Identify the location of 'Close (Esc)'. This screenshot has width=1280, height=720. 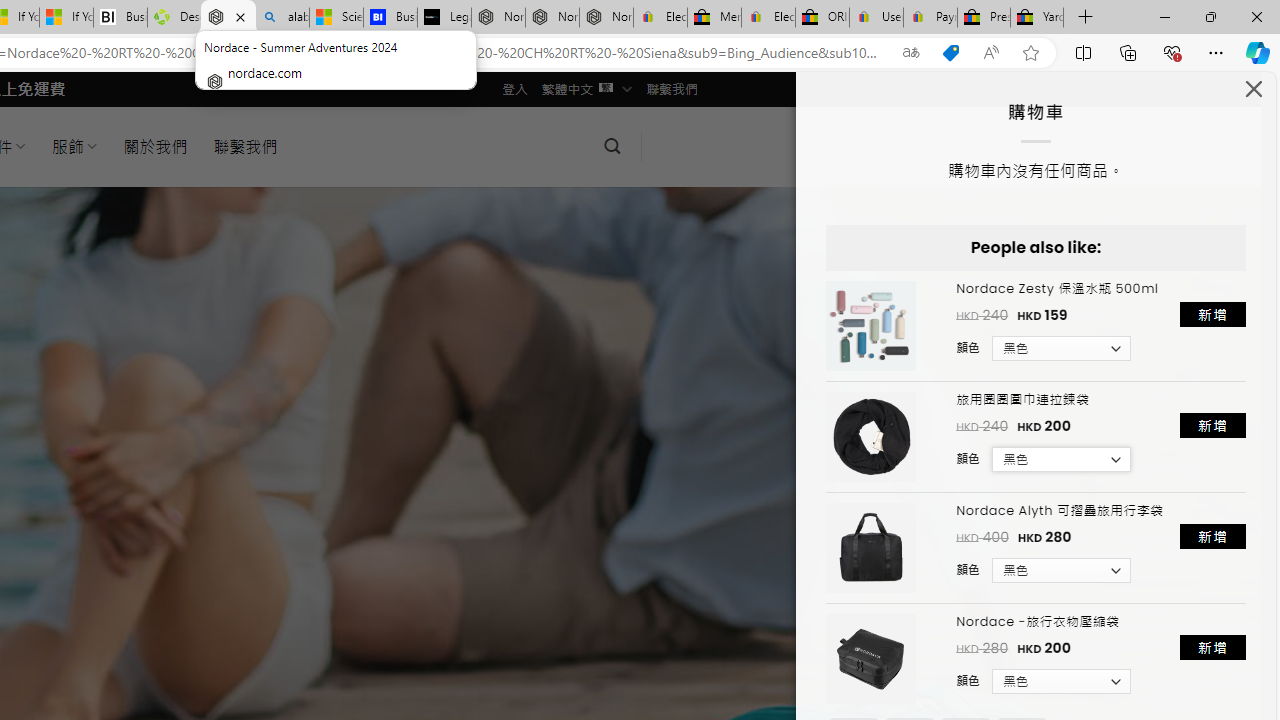
(1252, 93).